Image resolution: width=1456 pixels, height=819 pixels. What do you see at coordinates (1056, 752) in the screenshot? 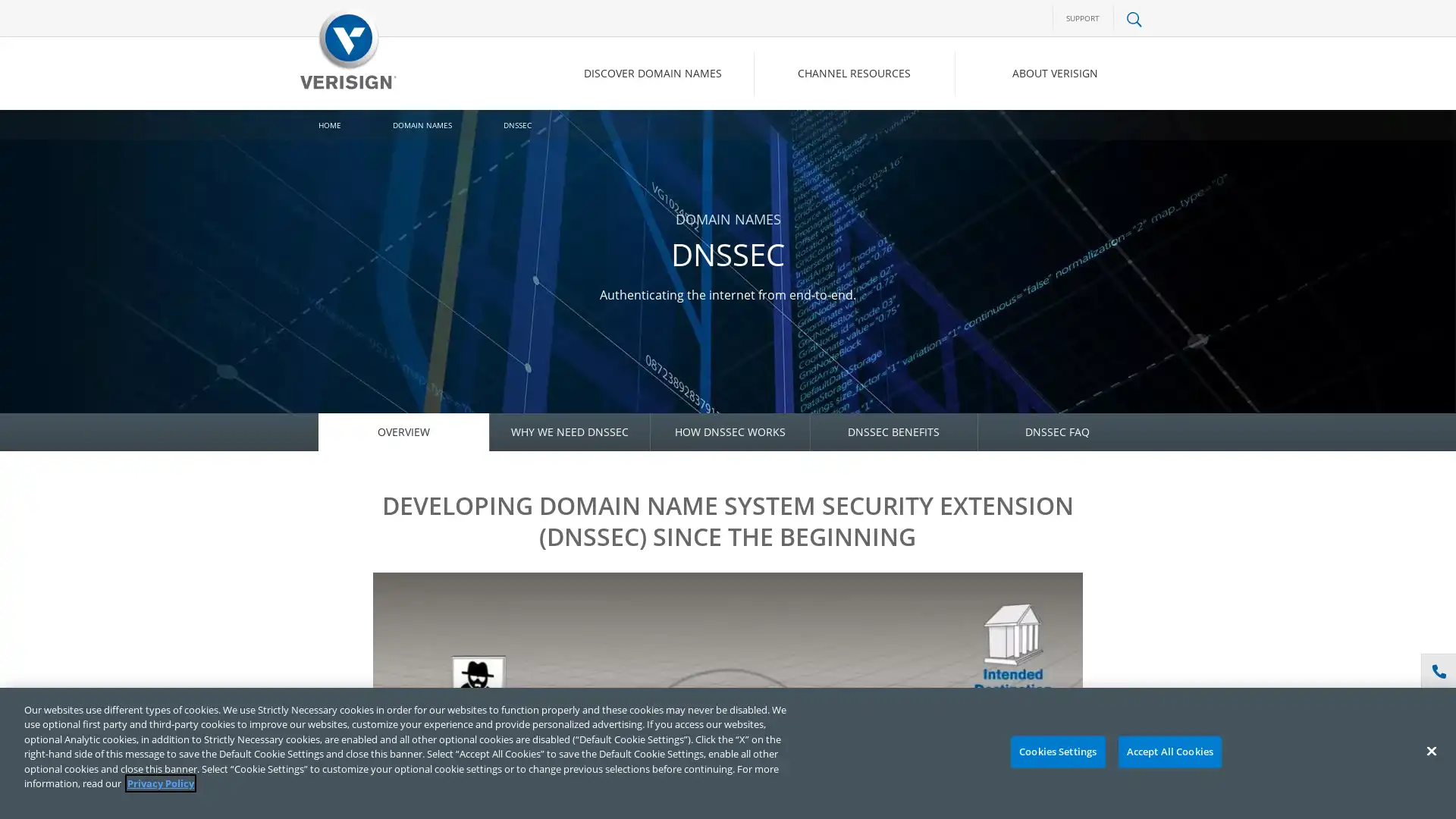
I see `Cookies Settings` at bounding box center [1056, 752].